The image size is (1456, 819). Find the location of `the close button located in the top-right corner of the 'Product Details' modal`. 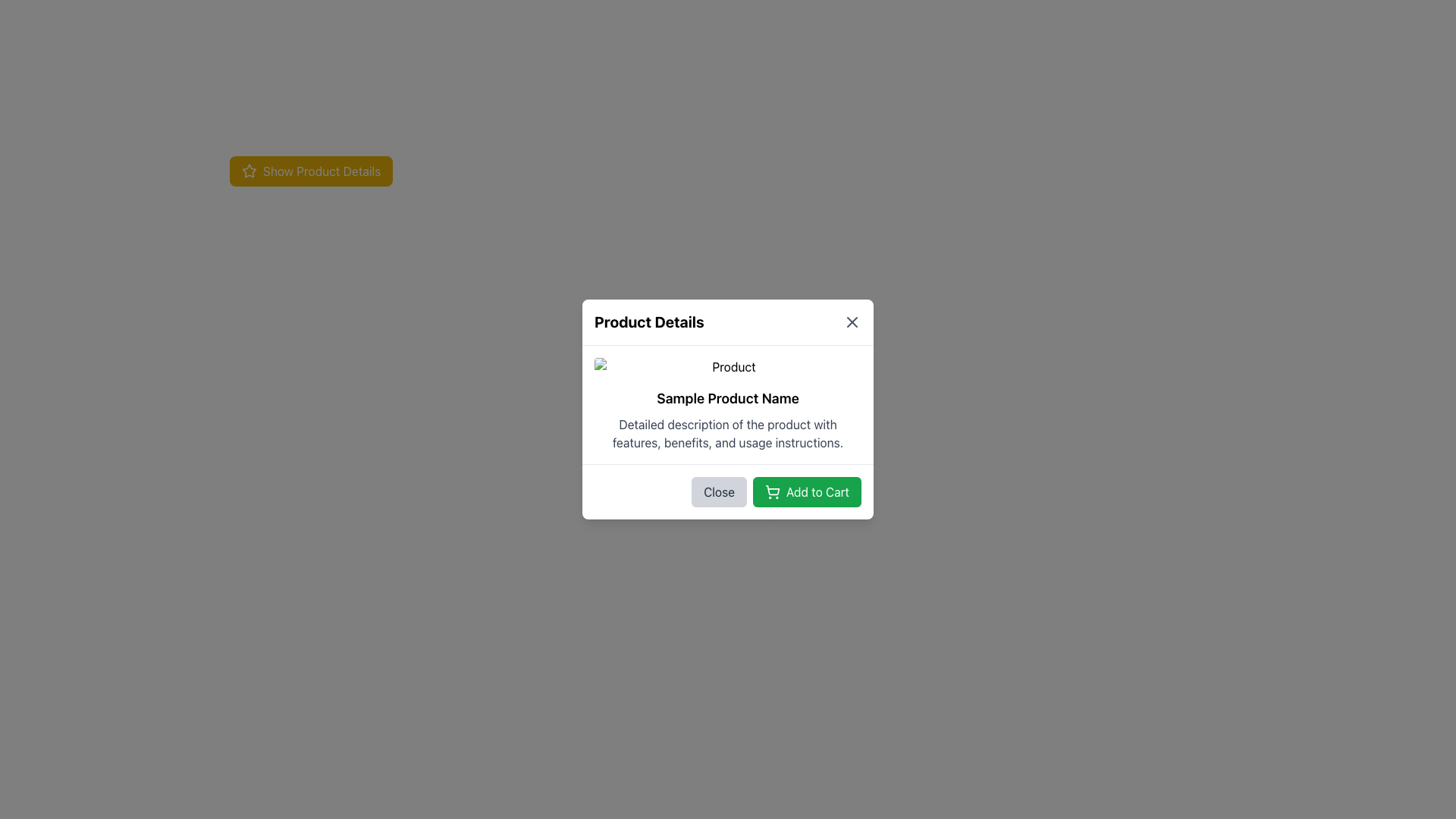

the close button located in the top-right corner of the 'Product Details' modal is located at coordinates (852, 321).